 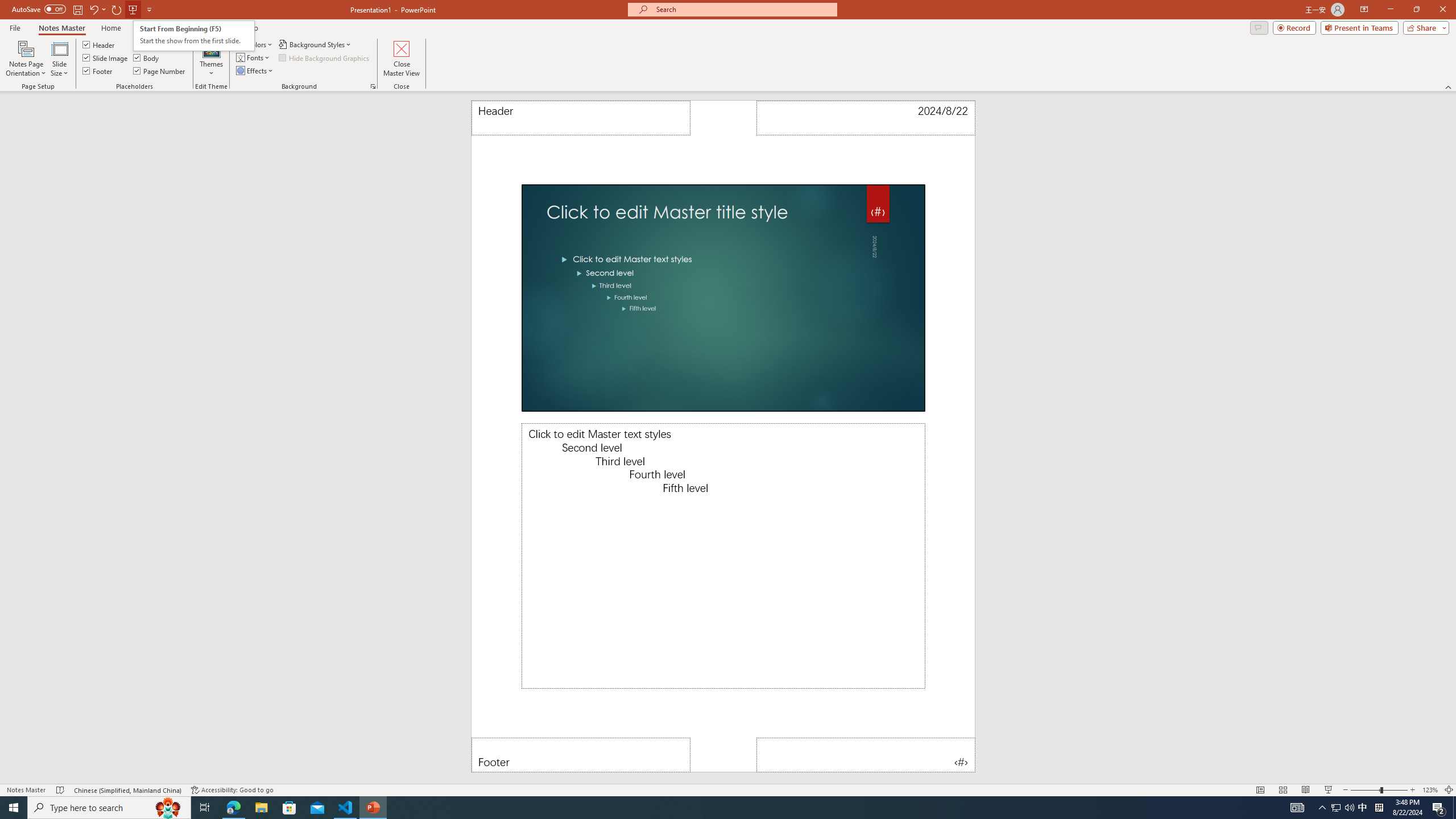 I want to click on 'Effects', so click(x=255, y=69).